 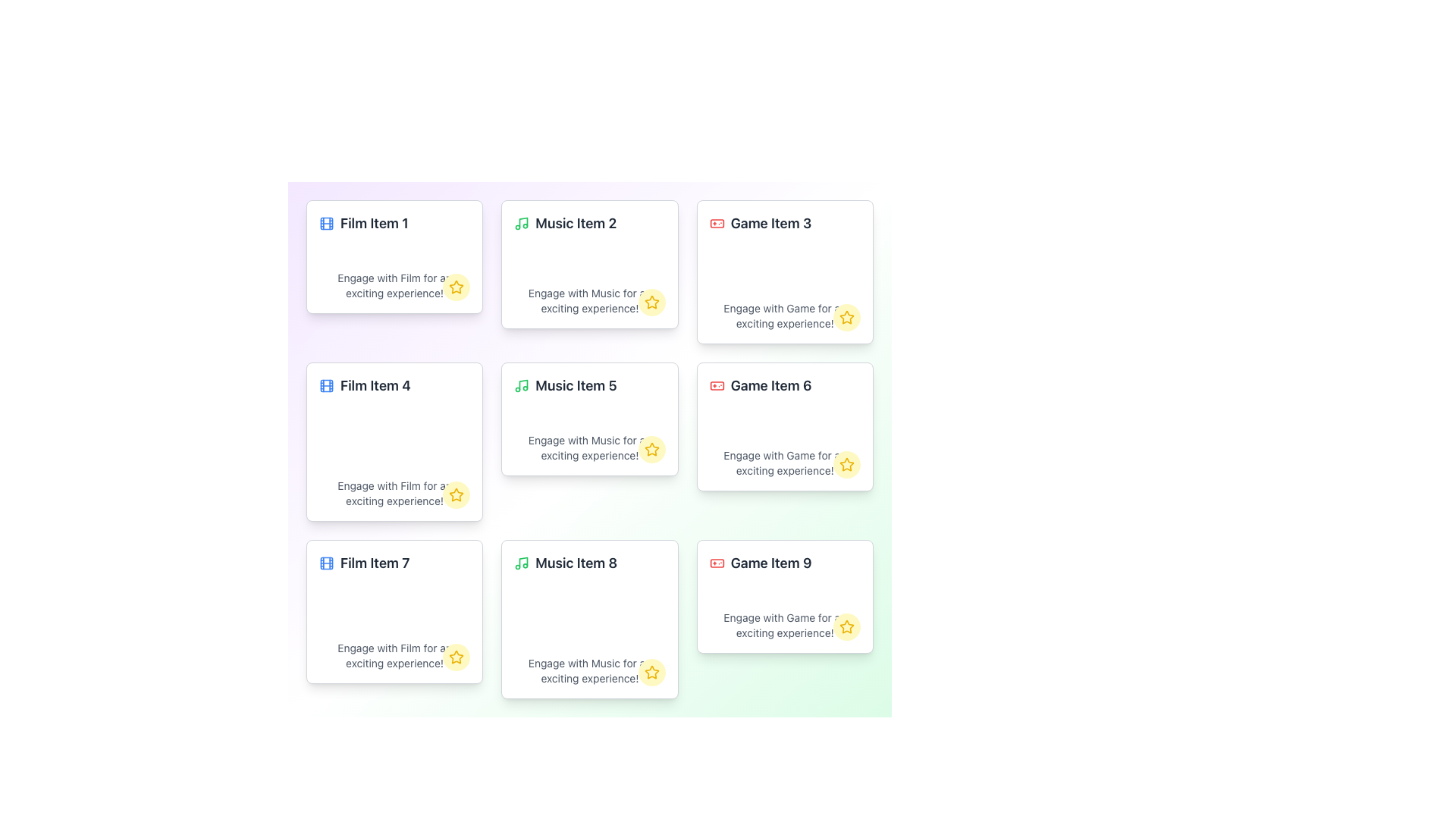 I want to click on the star-shaped icon button with a yellow background located in the bottom-right corner of the 'Music Item 2' card, so click(x=651, y=302).